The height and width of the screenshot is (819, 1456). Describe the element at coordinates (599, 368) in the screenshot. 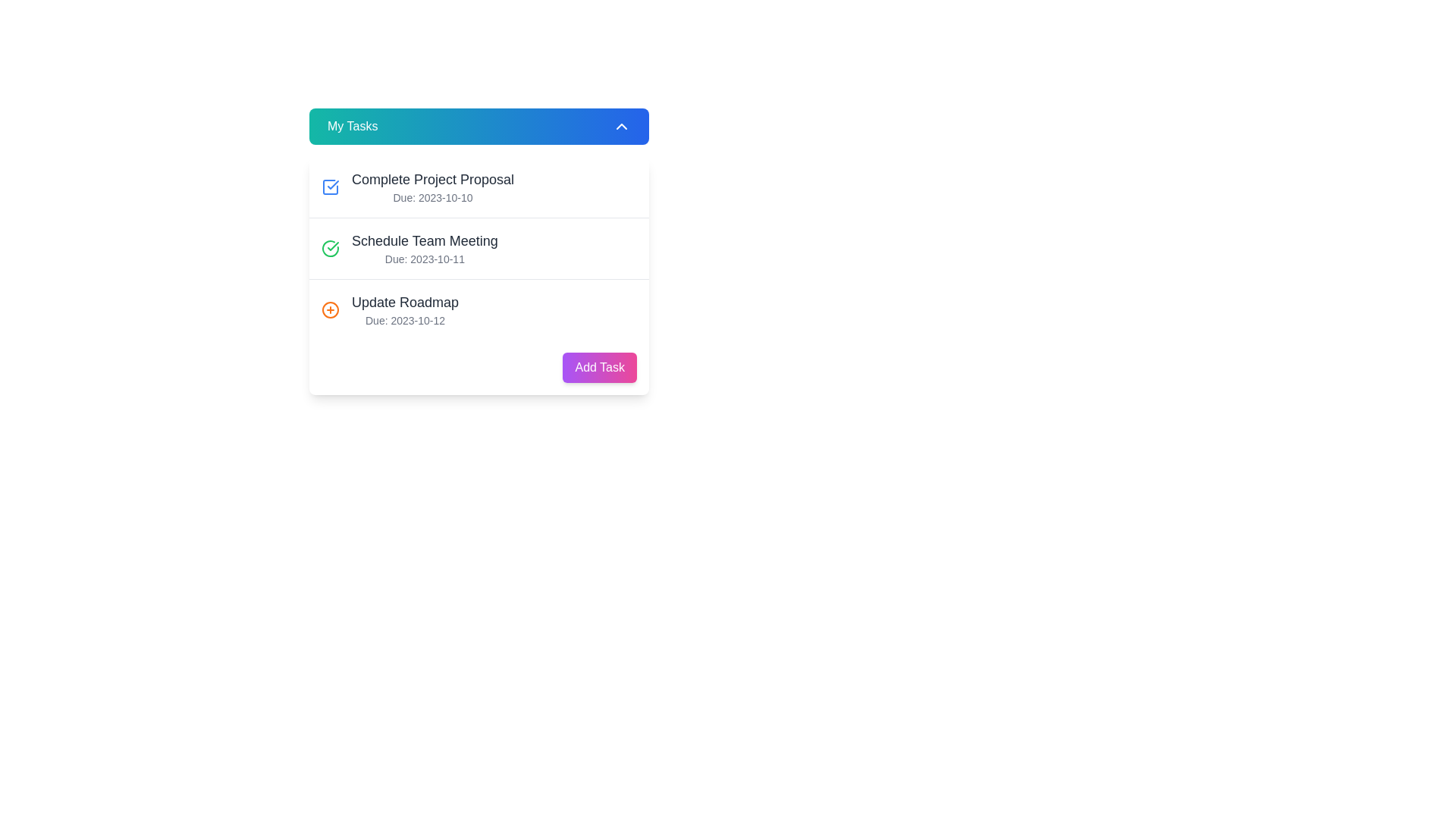

I see `the 'Add Task' button, which is a rectangular button with a gradient fill from purple to pink, featuring white centered text and rounded corners, to observe a style change` at that location.